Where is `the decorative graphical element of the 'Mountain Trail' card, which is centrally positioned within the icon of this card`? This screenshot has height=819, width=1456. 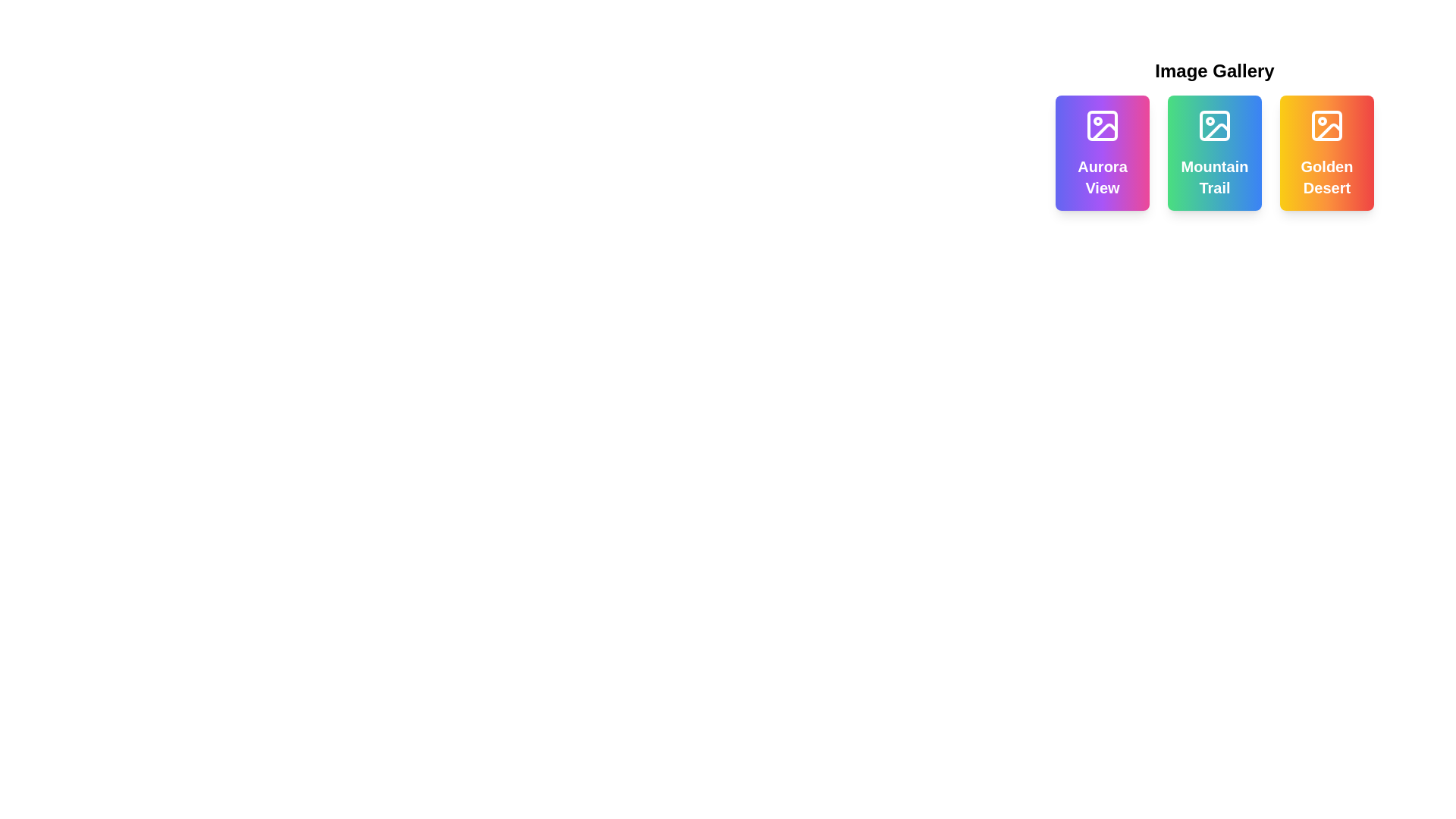
the decorative graphical element of the 'Mountain Trail' card, which is centrally positioned within the icon of this card is located at coordinates (1215, 124).